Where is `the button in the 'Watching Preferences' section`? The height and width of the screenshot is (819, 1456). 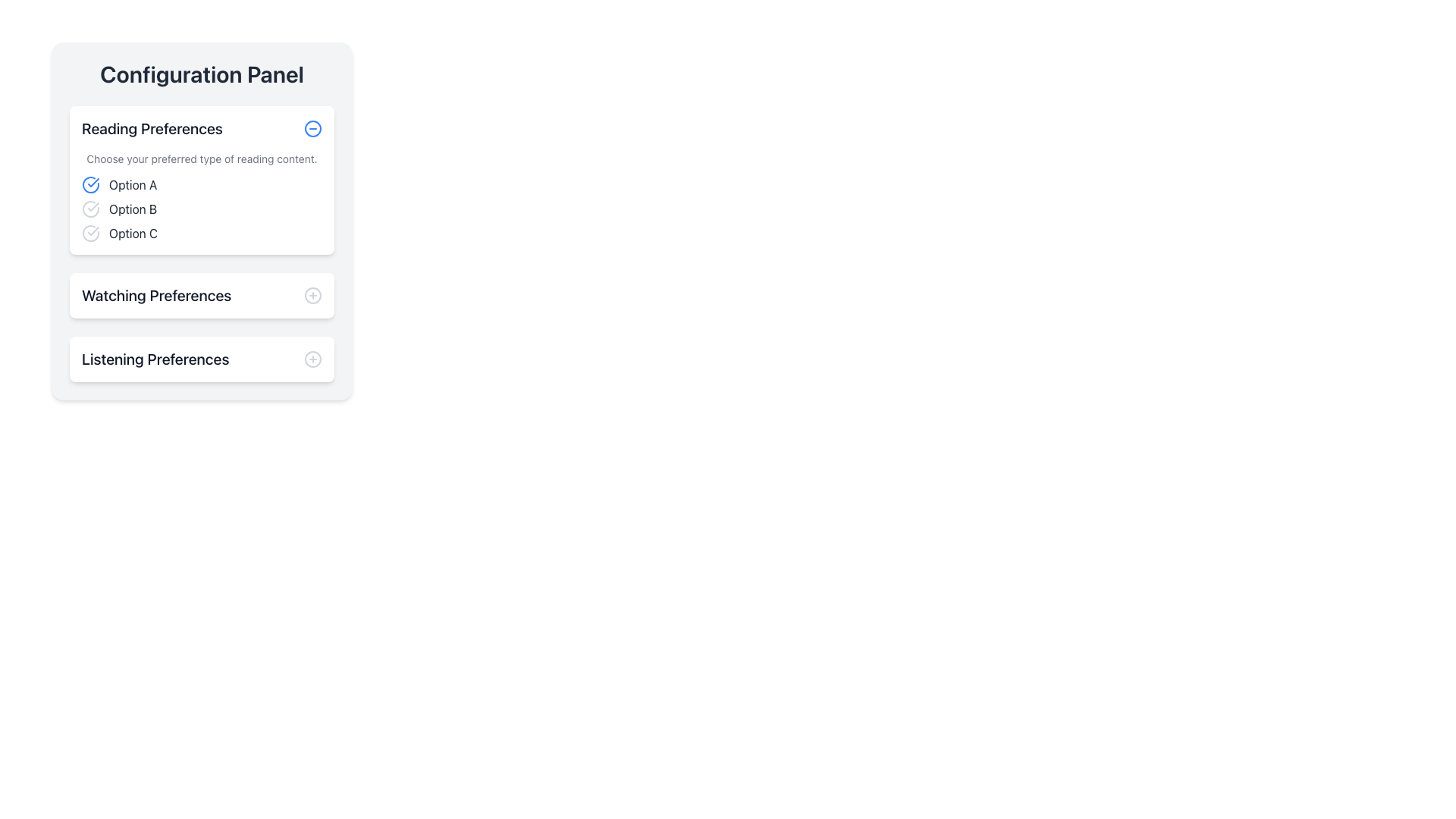
the button in the 'Watching Preferences' section is located at coordinates (312, 295).